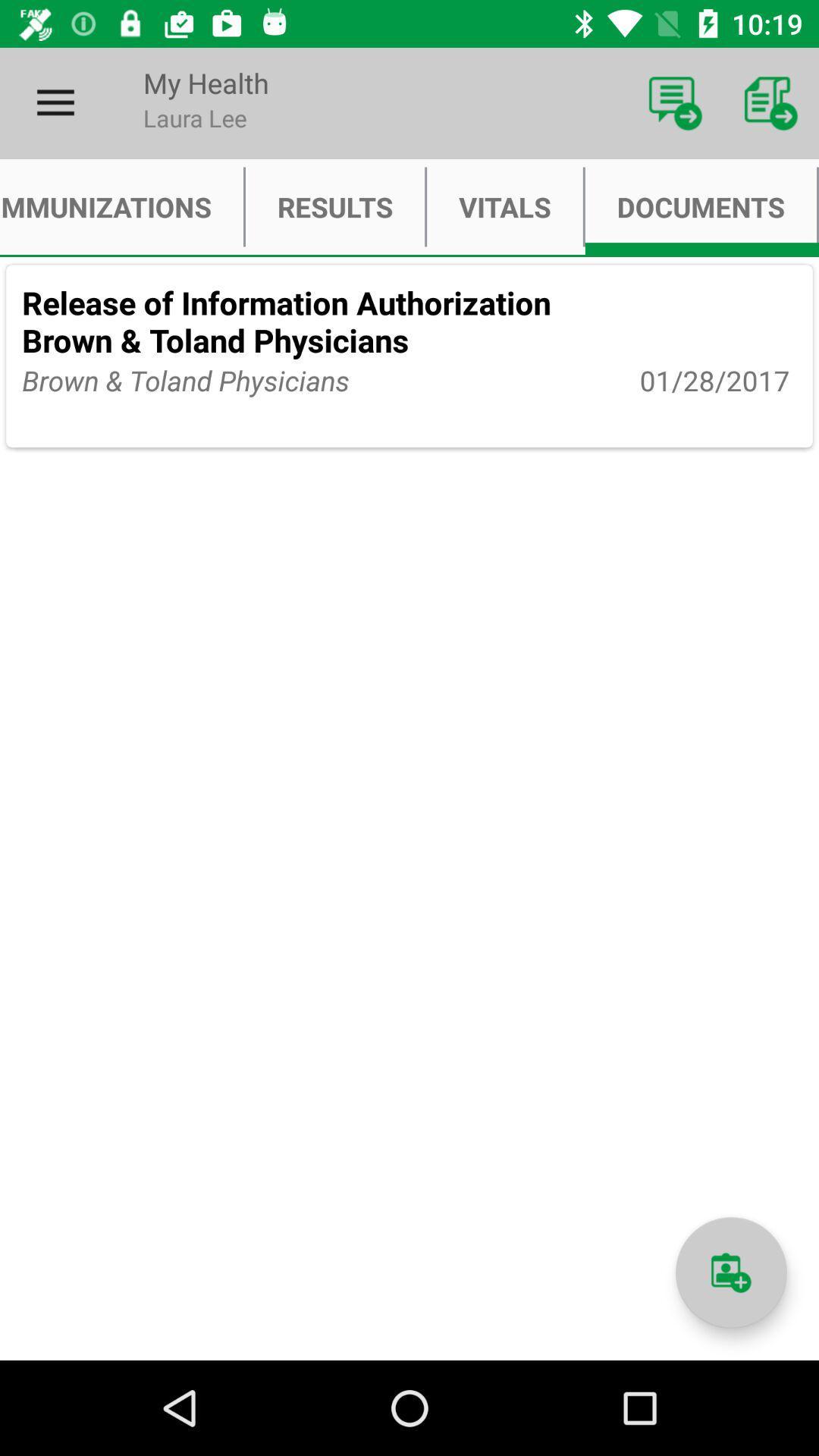 The width and height of the screenshot is (819, 1456). I want to click on item above the documents icon, so click(675, 102).